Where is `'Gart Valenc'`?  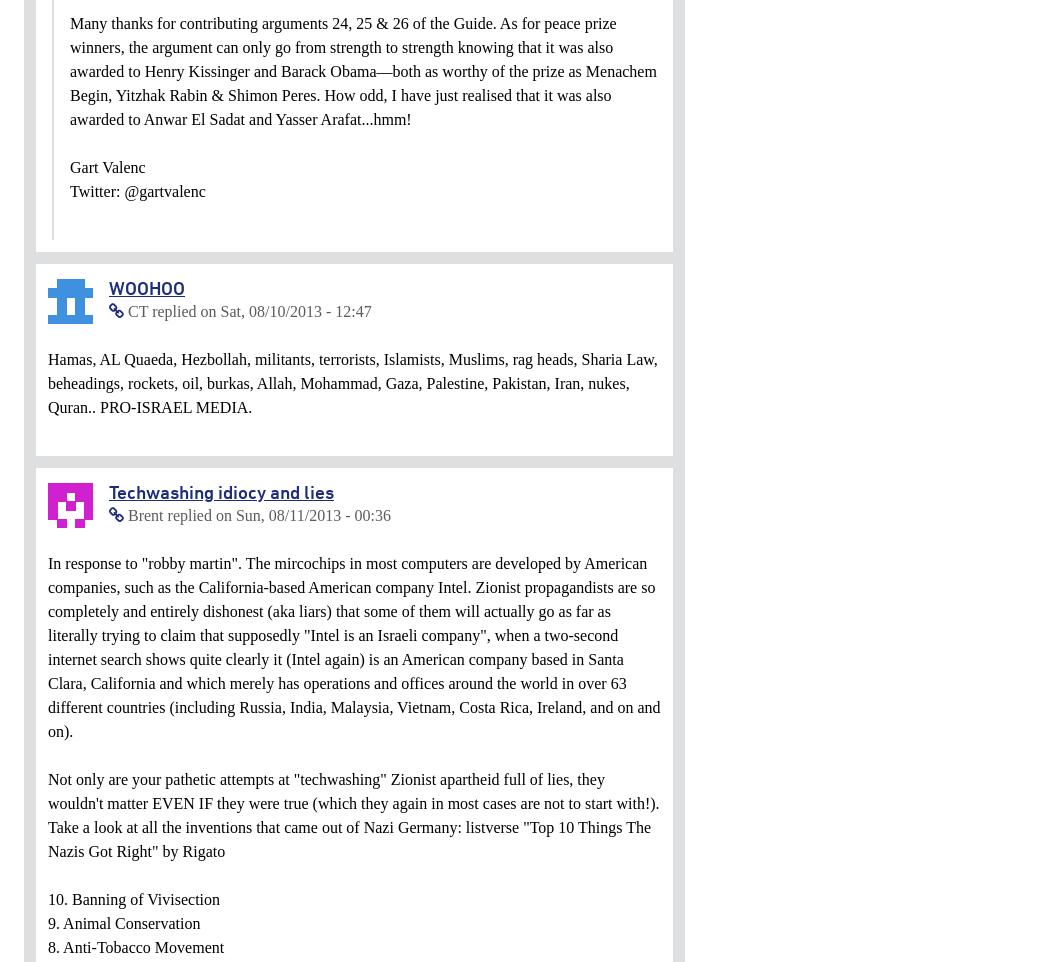
'Gart Valenc' is located at coordinates (69, 167).